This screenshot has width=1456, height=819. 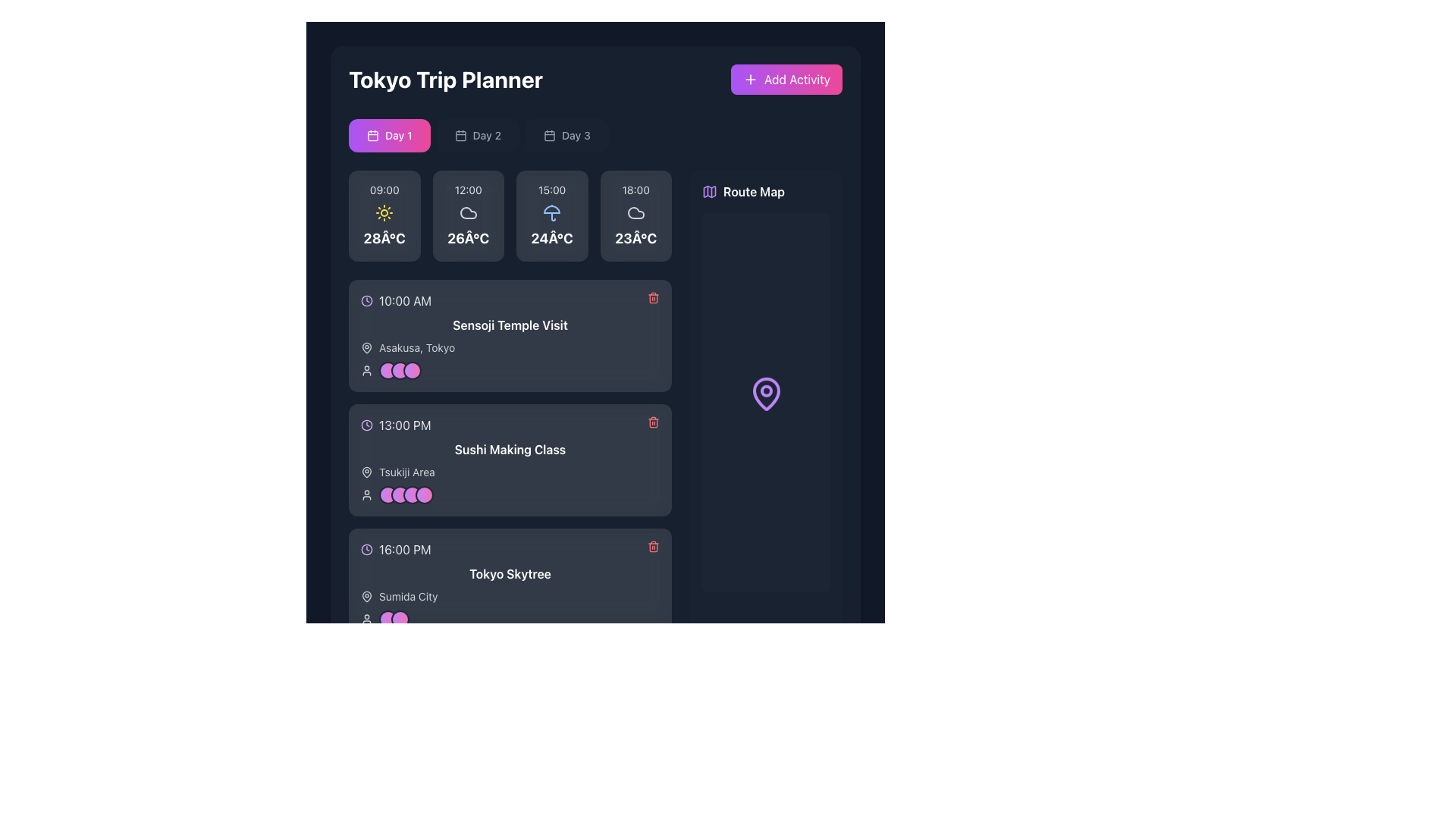 I want to click on the static text label displaying '23Â°C', so click(x=635, y=239).